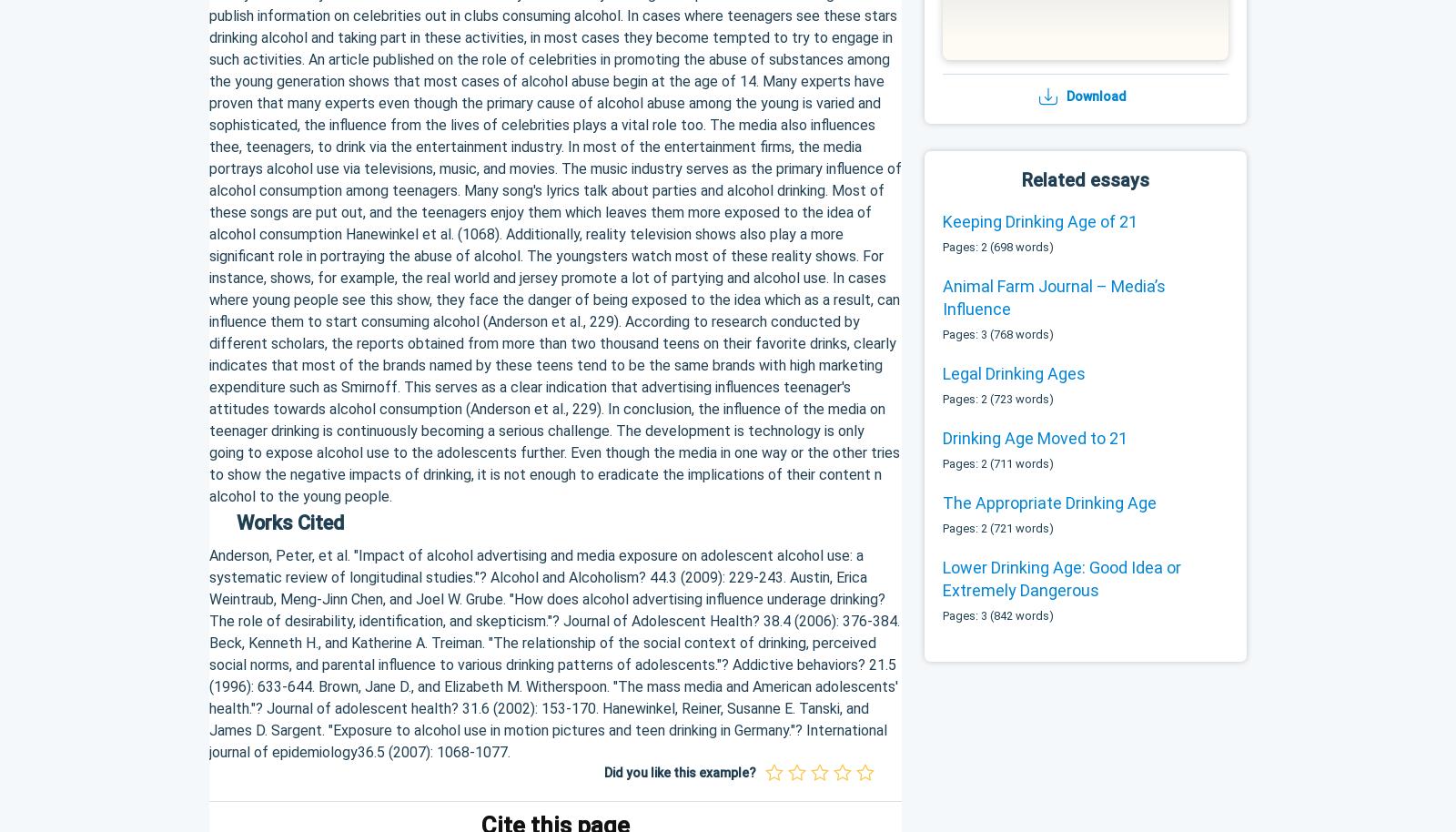 The height and width of the screenshot is (832, 1456). Describe the element at coordinates (1095, 96) in the screenshot. I see `'Download'` at that location.